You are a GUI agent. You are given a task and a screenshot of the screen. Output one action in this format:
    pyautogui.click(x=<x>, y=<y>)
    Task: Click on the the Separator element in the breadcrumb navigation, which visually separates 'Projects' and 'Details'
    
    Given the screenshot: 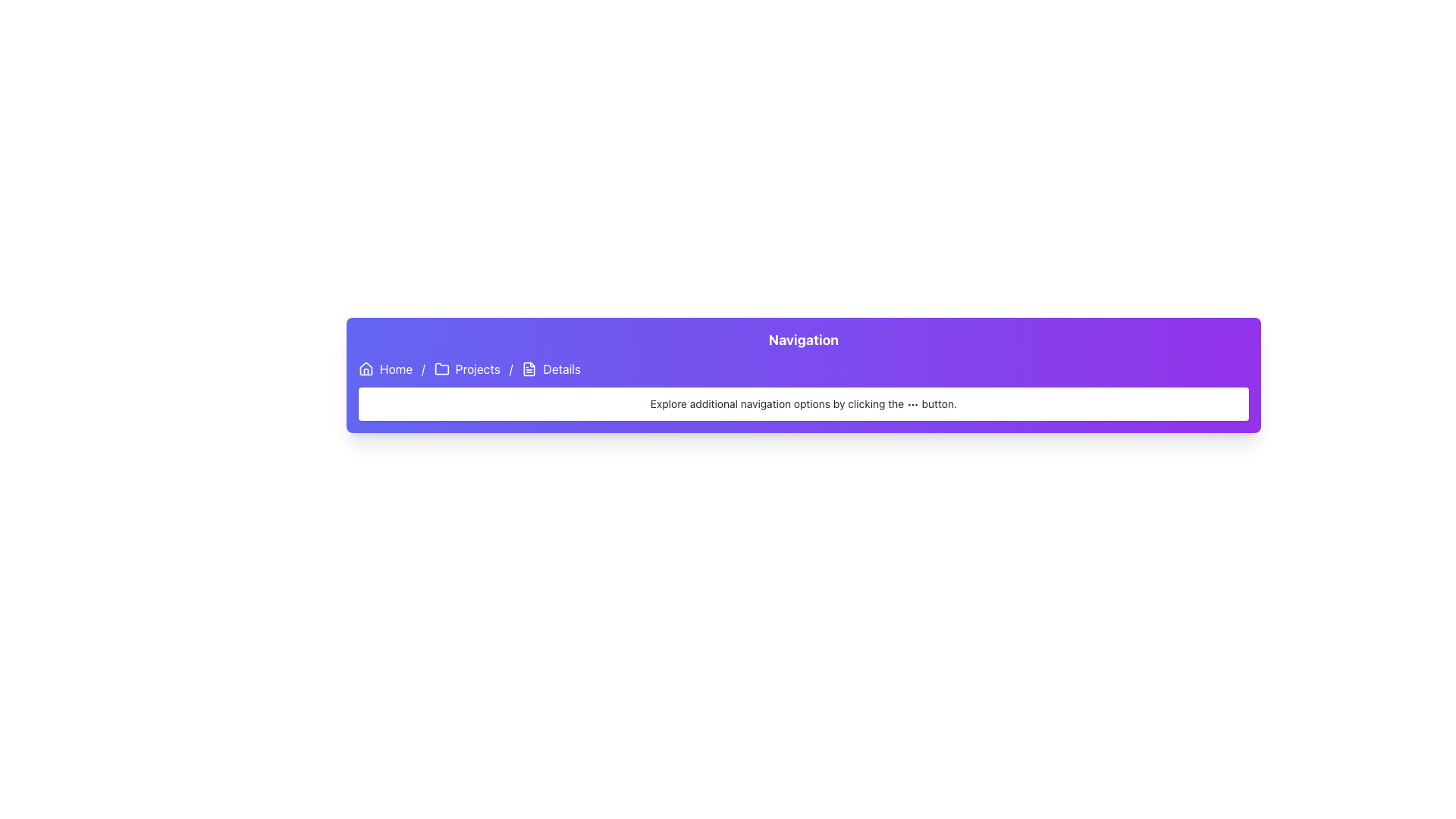 What is the action you would take?
    pyautogui.click(x=511, y=369)
    